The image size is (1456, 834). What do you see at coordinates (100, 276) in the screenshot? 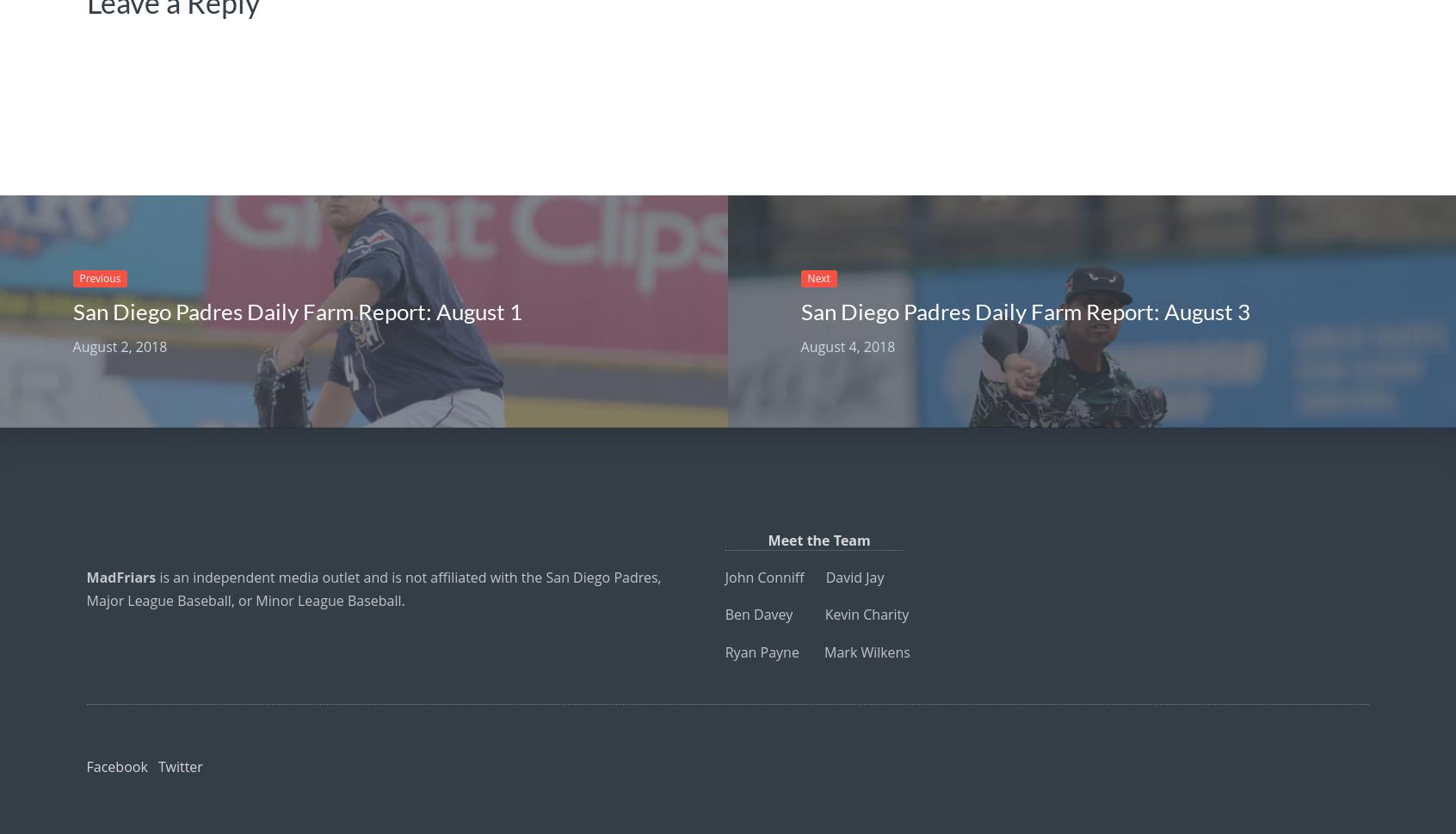
I see `'Previous'` at bounding box center [100, 276].